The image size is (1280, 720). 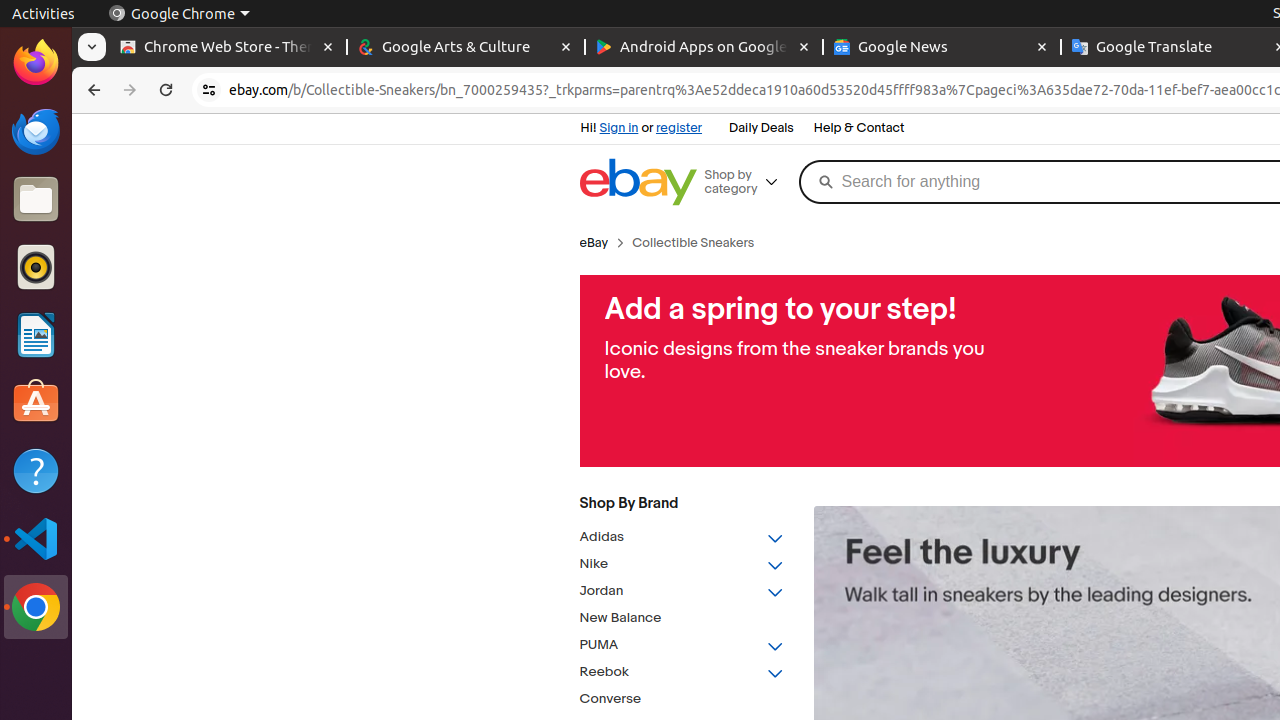 What do you see at coordinates (940, 46) in the screenshot?
I see `'Google News - Memory usage - 49.7 MB'` at bounding box center [940, 46].